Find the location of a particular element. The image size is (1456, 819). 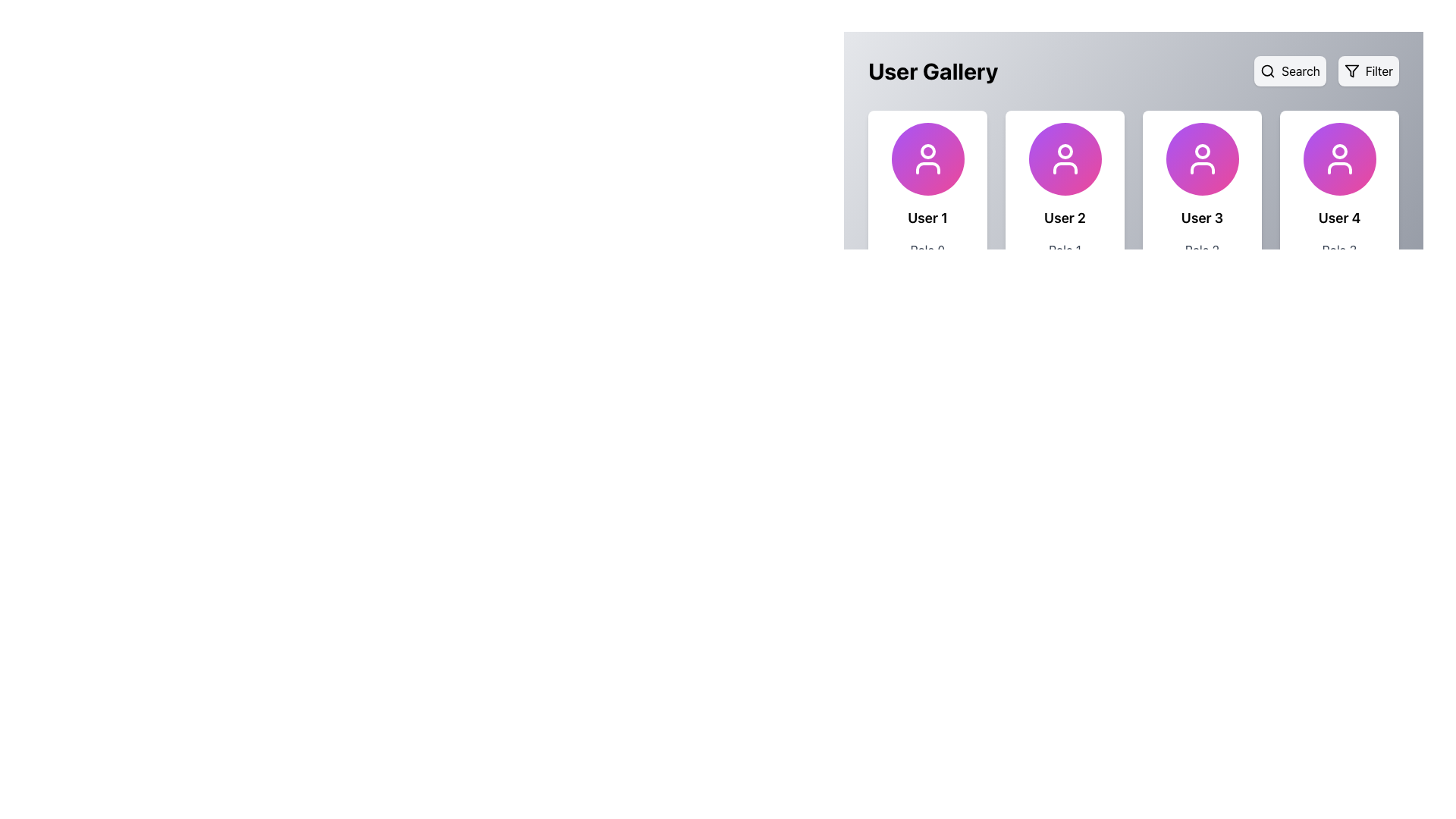

the avatar icon located at the top center of the card displaying user information, directly above the text 'User 3' and 'Role 2' is located at coordinates (1201, 158).